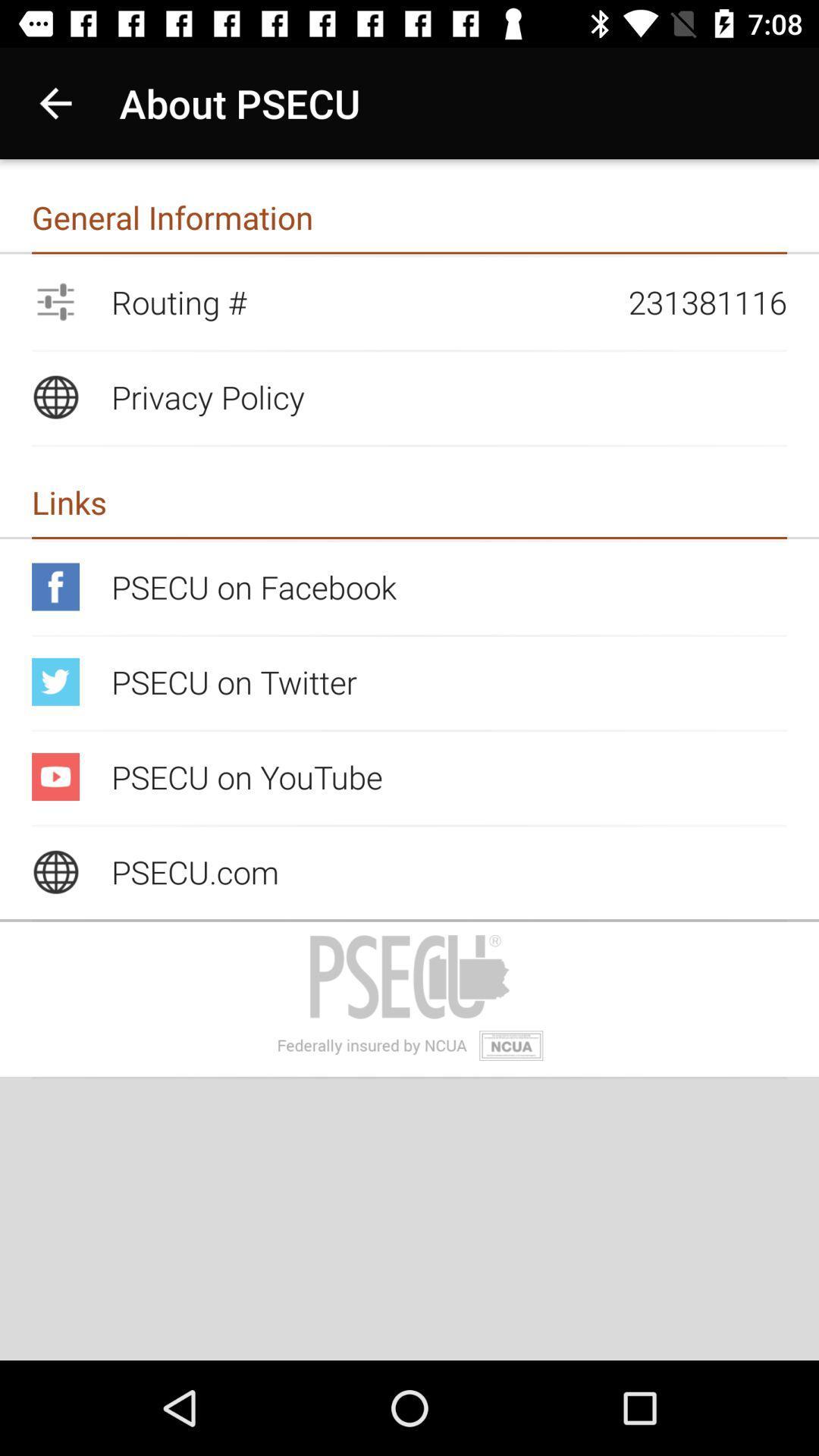  Describe the element at coordinates (55, 102) in the screenshot. I see `the icon above the general information` at that location.